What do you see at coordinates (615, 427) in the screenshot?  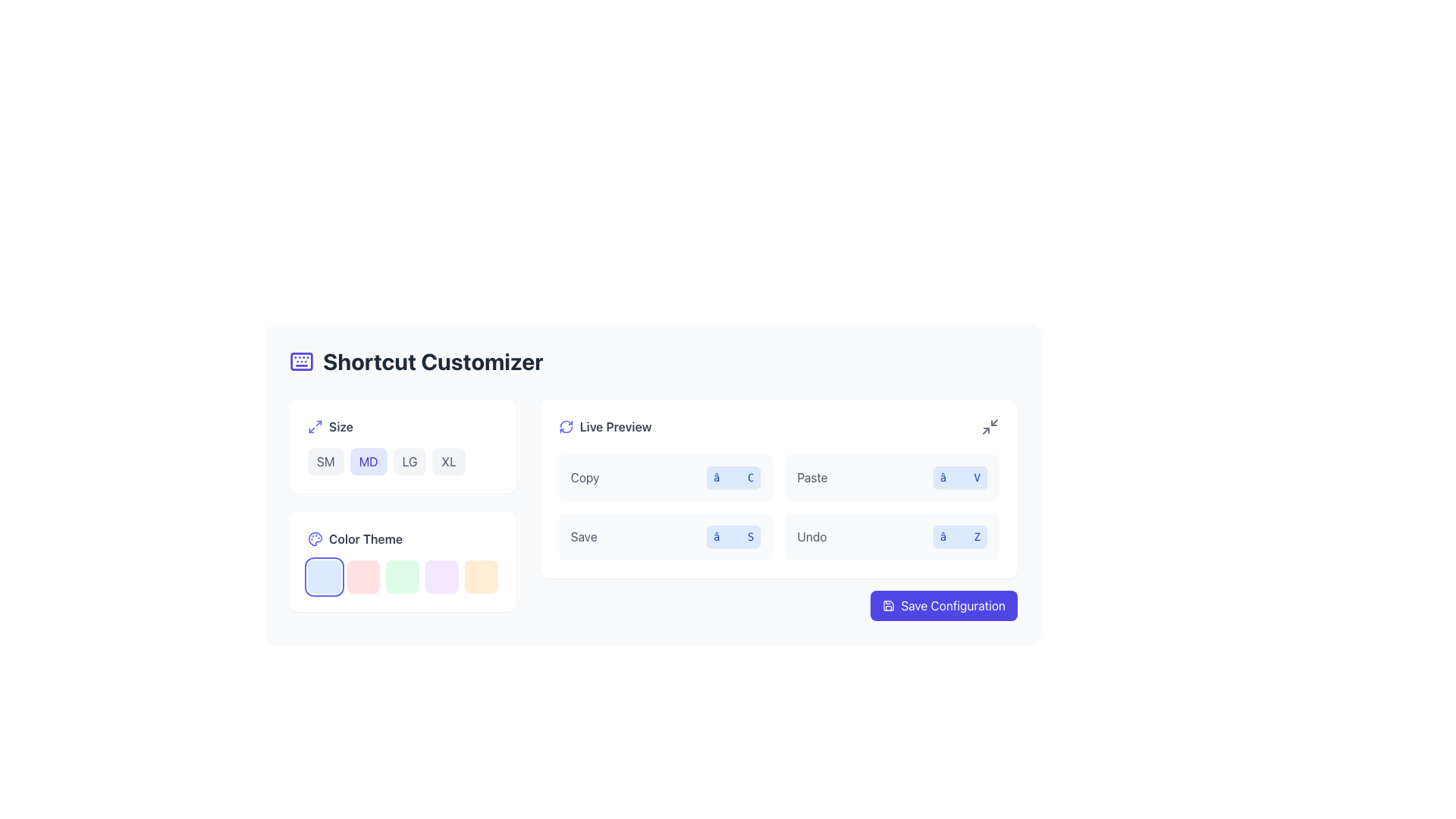 I see `the 'Live Preview' text label, which is displayed in a bold font style and dark gray color, positioned alongside an icon on its left in the top section of the layout` at bounding box center [615, 427].